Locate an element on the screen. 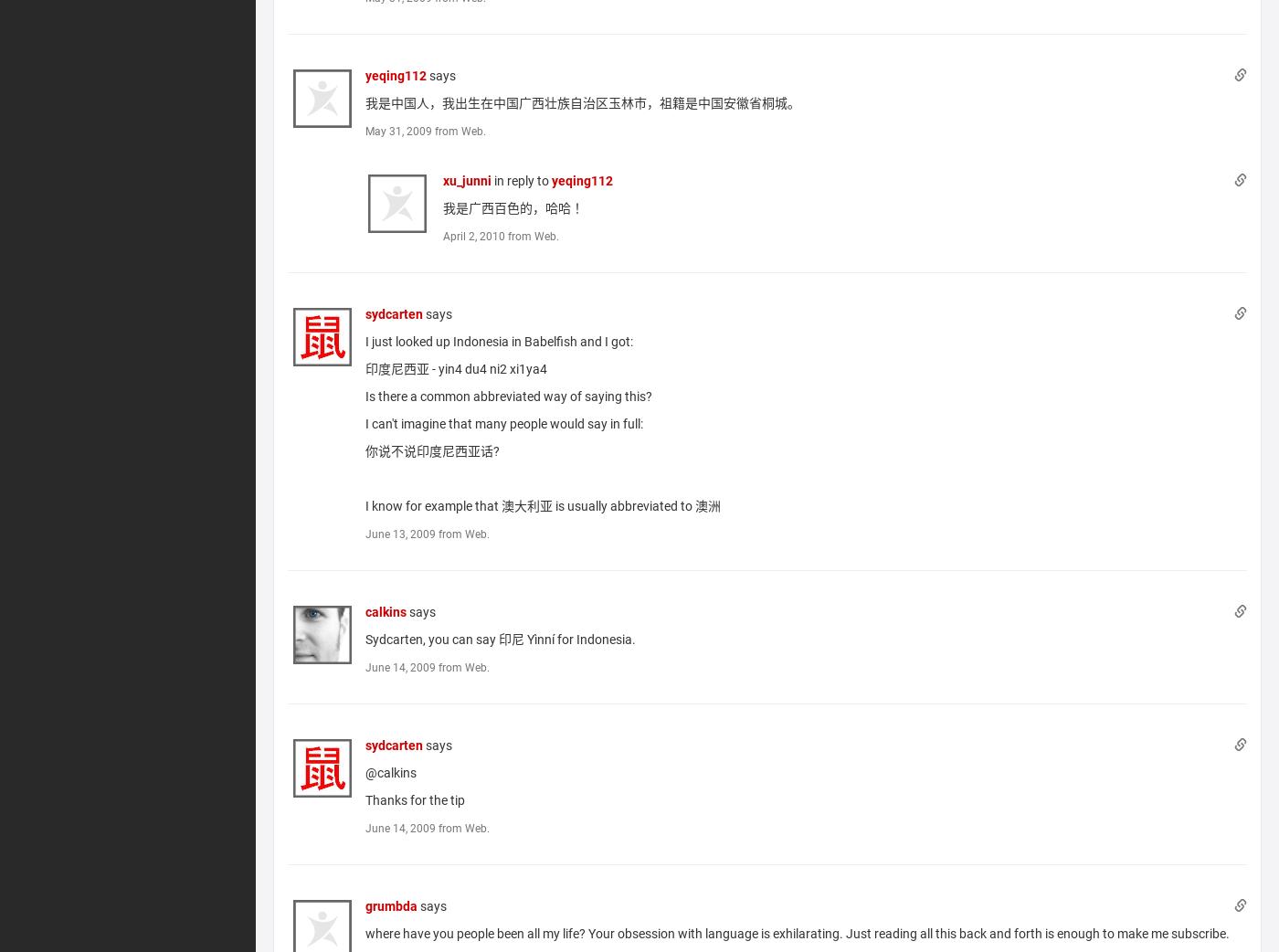 This screenshot has height=952, width=1279. 'Thanks for the tip' is located at coordinates (415, 798).